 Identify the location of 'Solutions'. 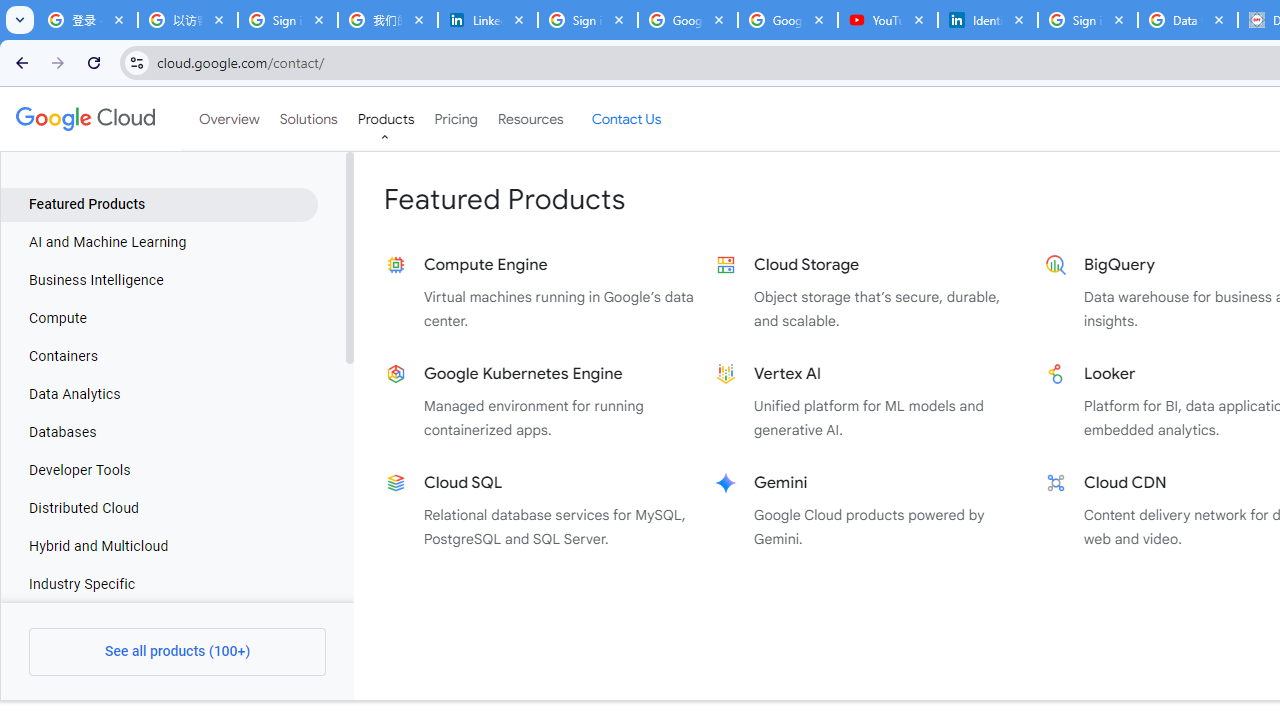
(307, 119).